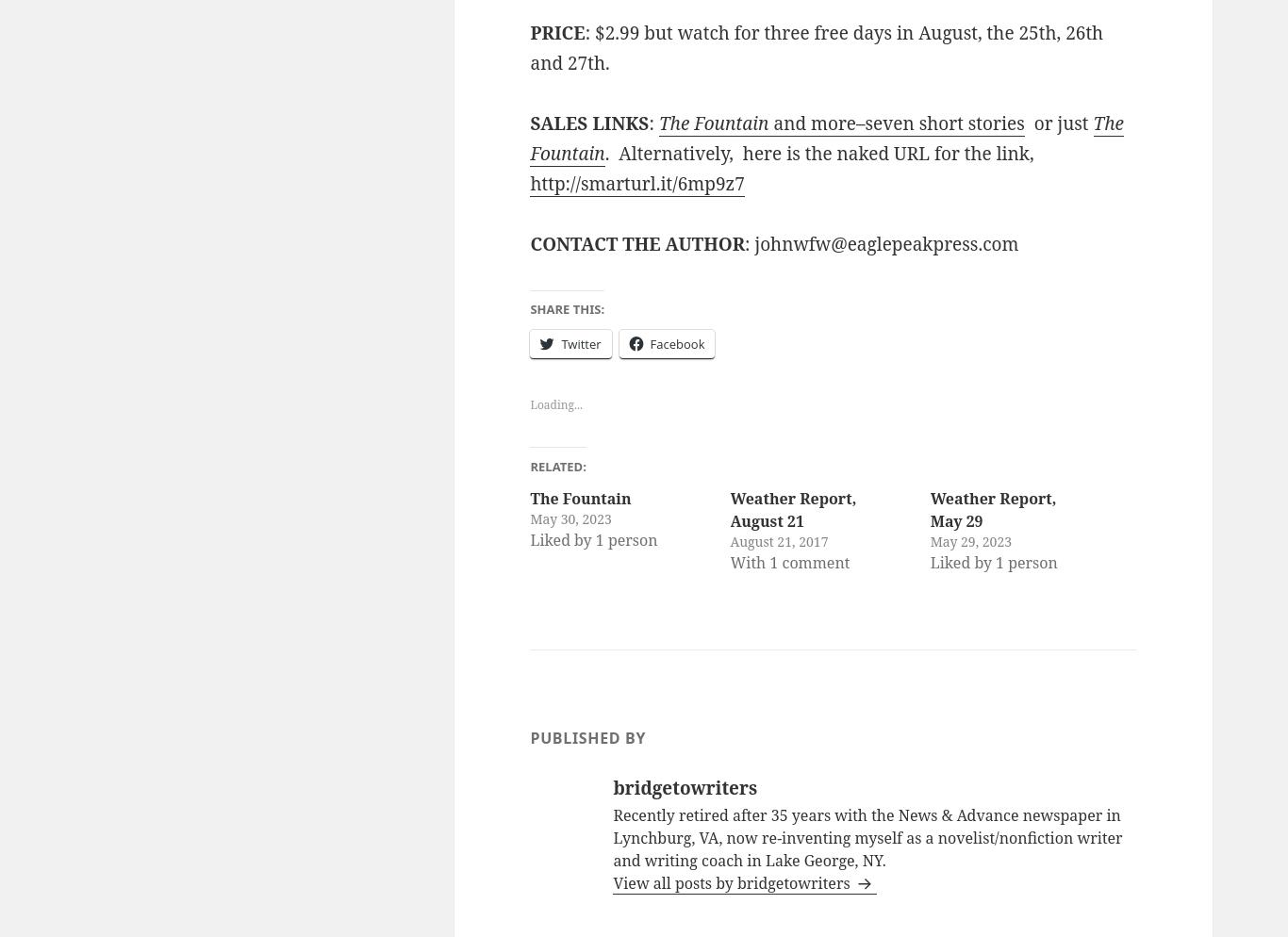 This screenshot has height=937, width=1288. I want to click on 'Published by', so click(586, 737).